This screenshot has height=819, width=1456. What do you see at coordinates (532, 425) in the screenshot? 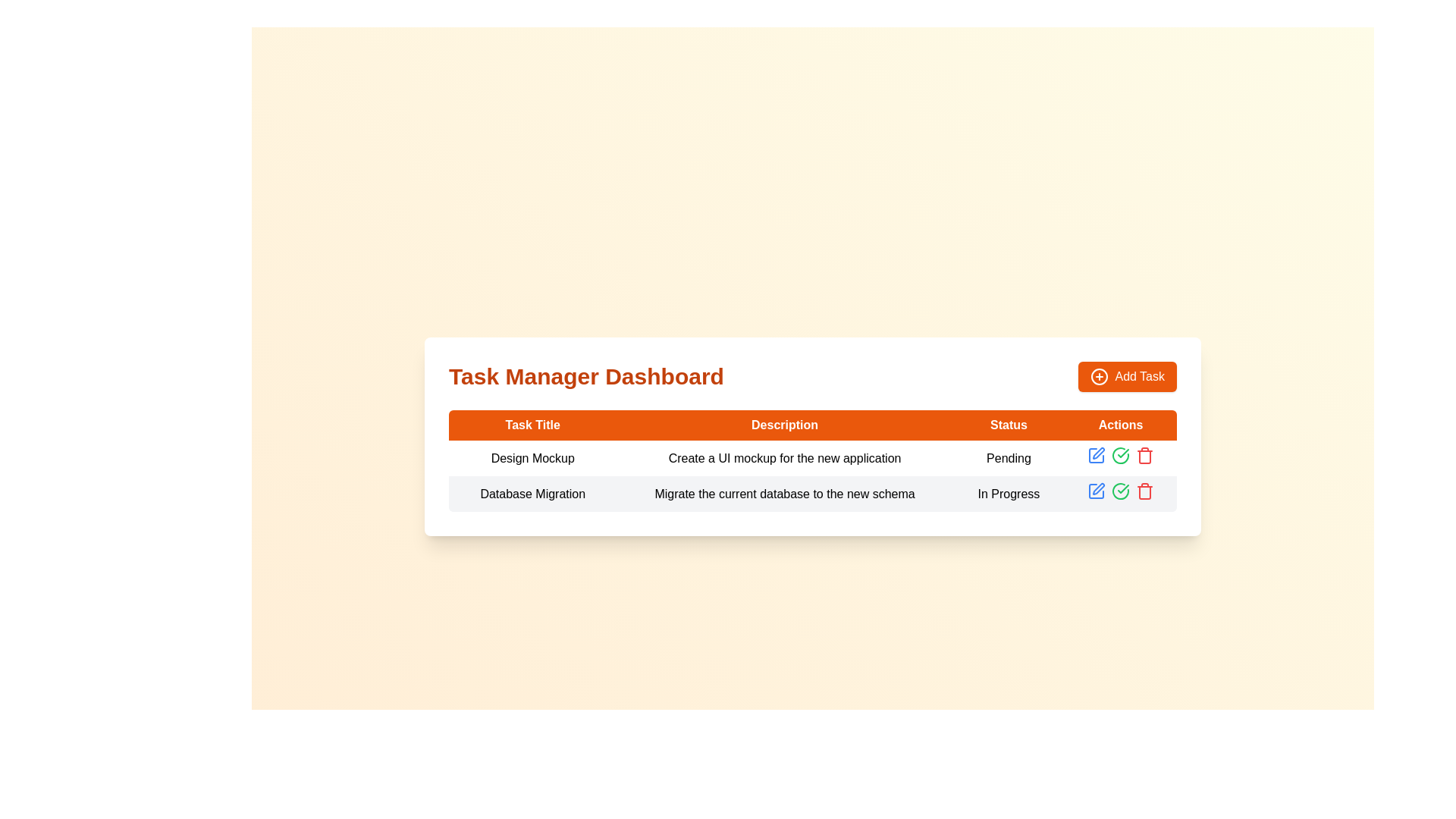
I see `the Header Label with the vivid orange background and white text reading 'Task Title', which is the first column in the header row of the task list table` at bounding box center [532, 425].